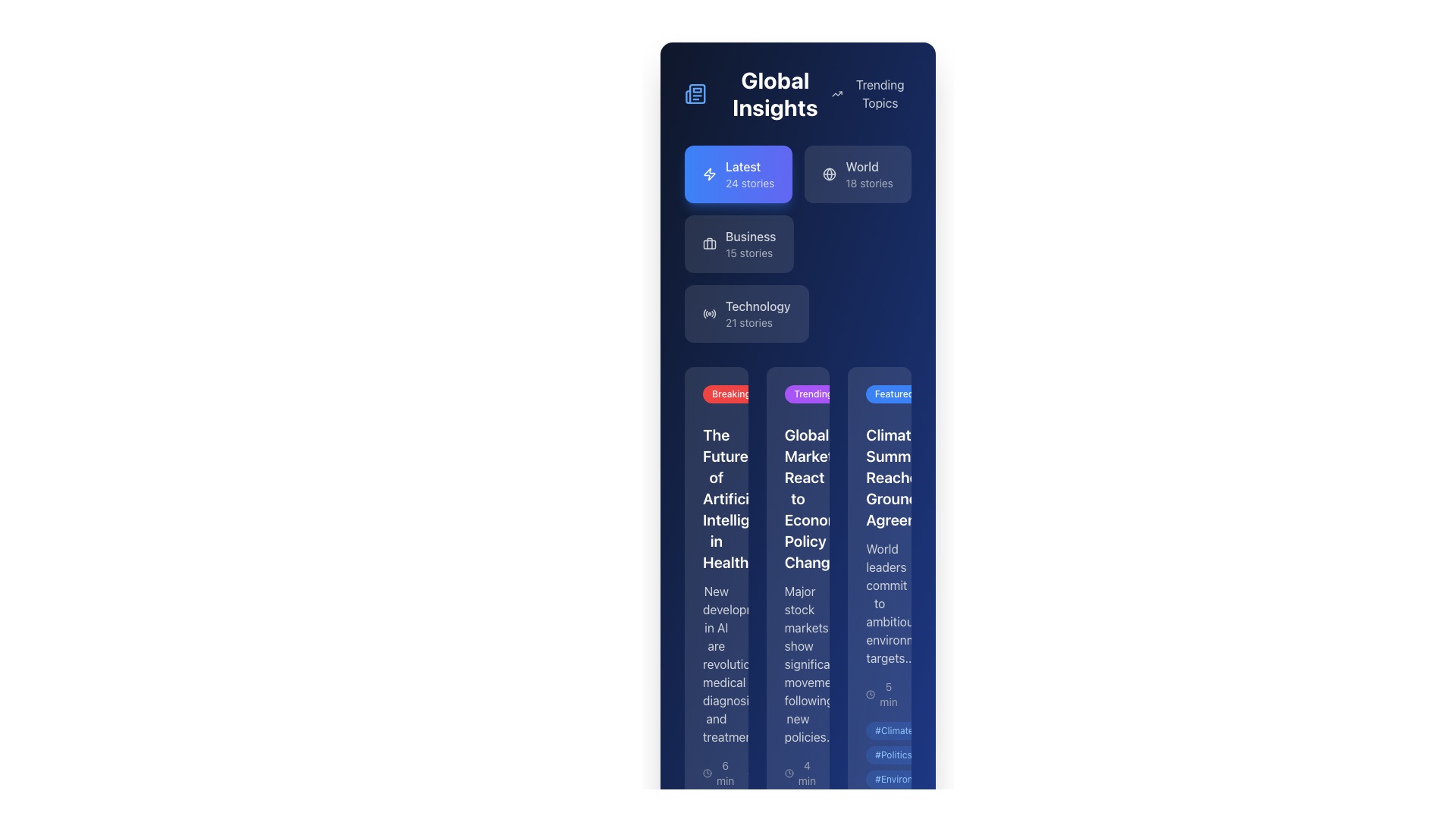 The height and width of the screenshot is (819, 1456). What do you see at coordinates (750, 166) in the screenshot?
I see `the 'Latest' category label text, which serves as a descriptor for the most recent stories section` at bounding box center [750, 166].